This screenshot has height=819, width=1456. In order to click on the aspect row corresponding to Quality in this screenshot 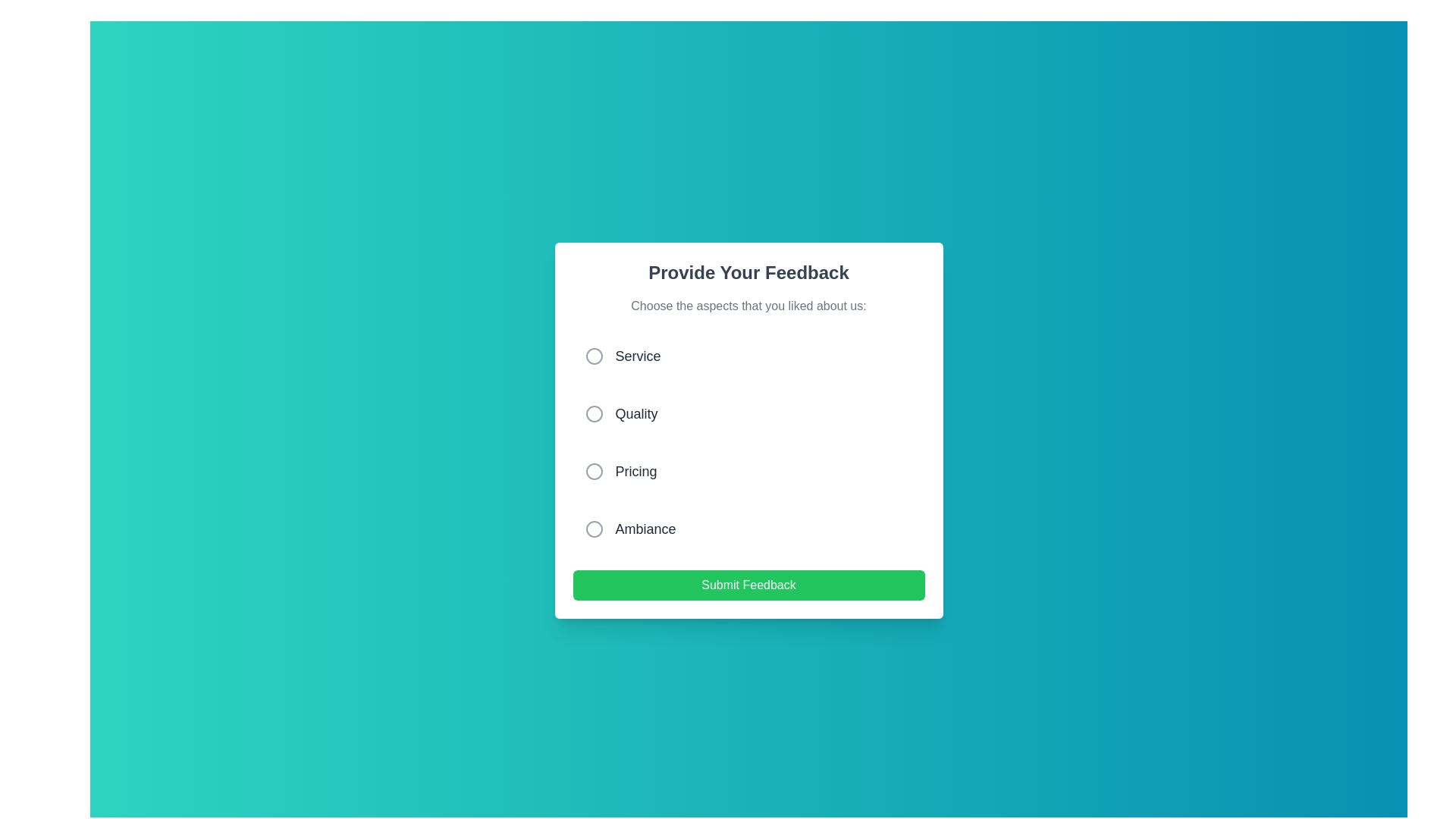, I will do `click(748, 414)`.